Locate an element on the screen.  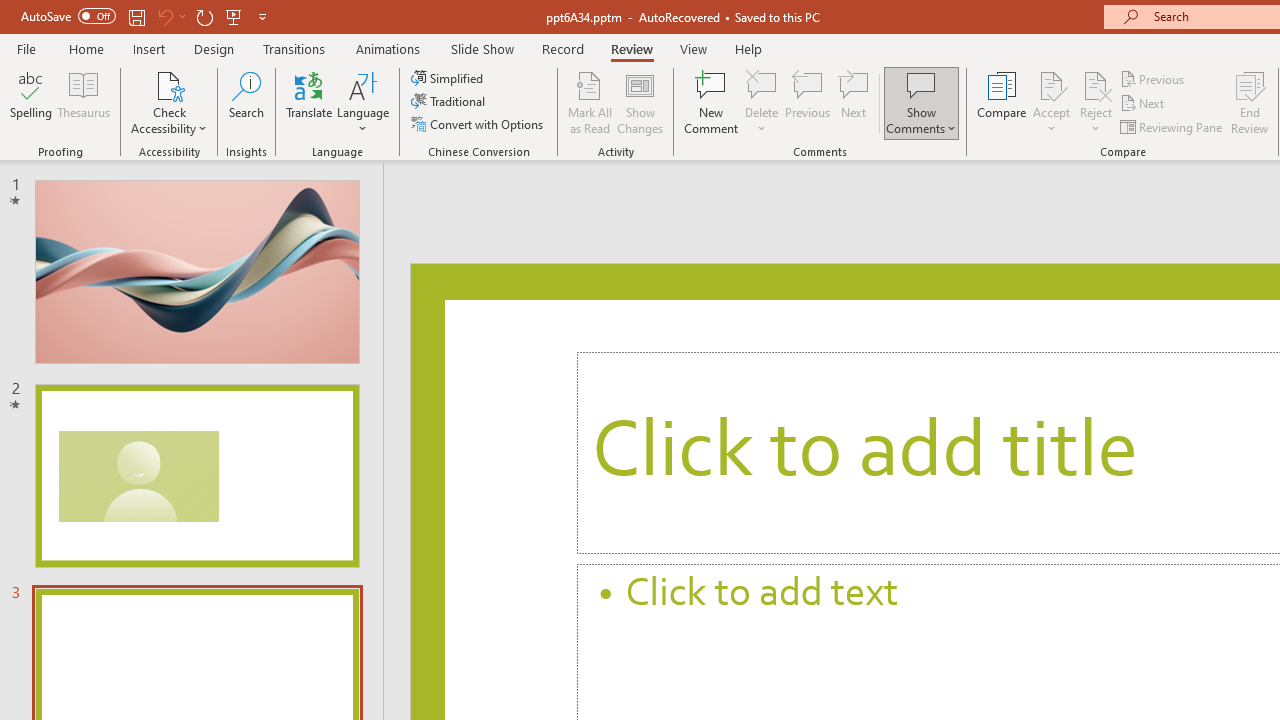
'Translate' is located at coordinates (308, 103).